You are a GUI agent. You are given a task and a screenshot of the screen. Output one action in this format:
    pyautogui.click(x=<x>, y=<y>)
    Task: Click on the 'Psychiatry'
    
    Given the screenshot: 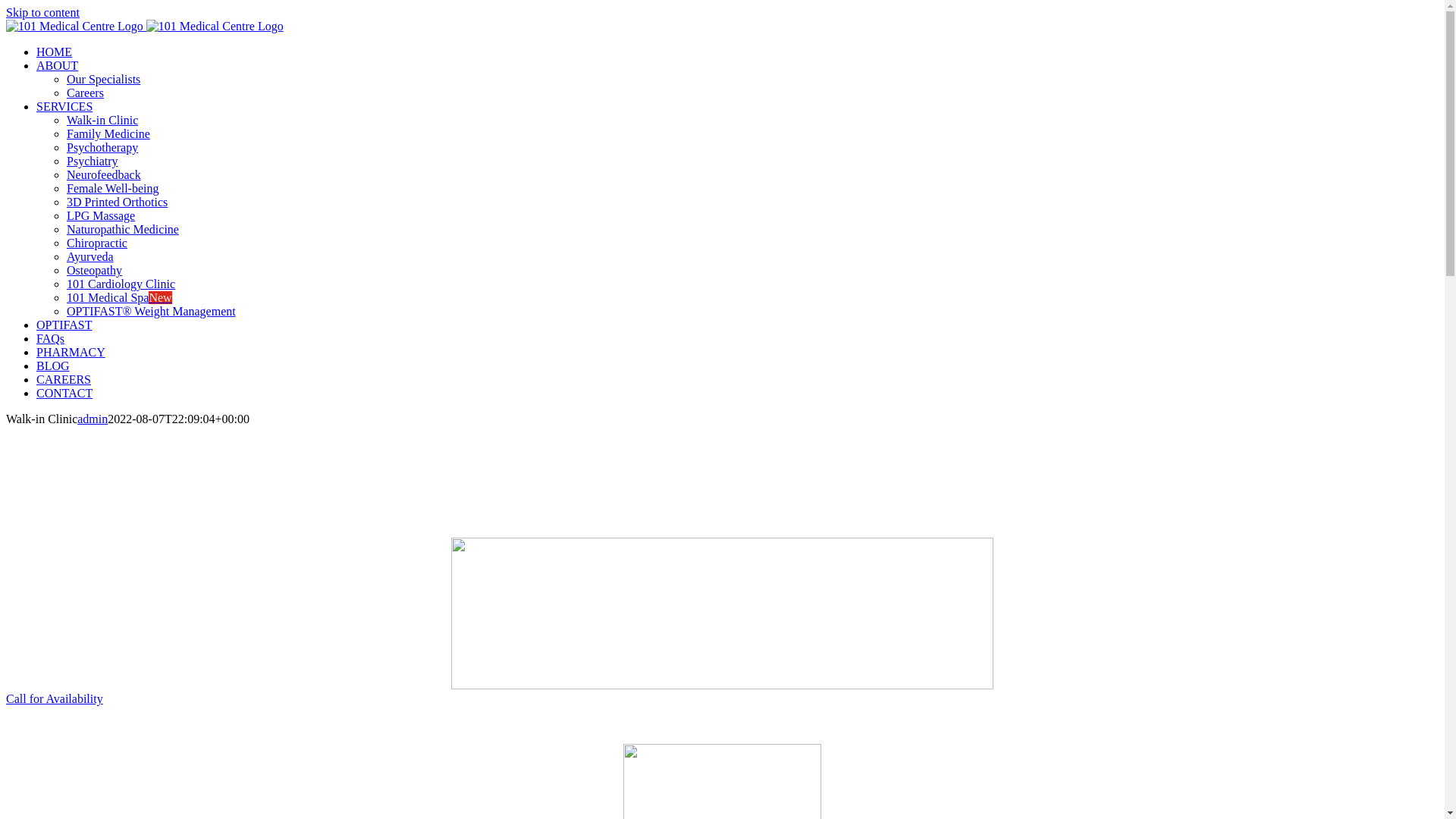 What is the action you would take?
    pyautogui.click(x=91, y=161)
    